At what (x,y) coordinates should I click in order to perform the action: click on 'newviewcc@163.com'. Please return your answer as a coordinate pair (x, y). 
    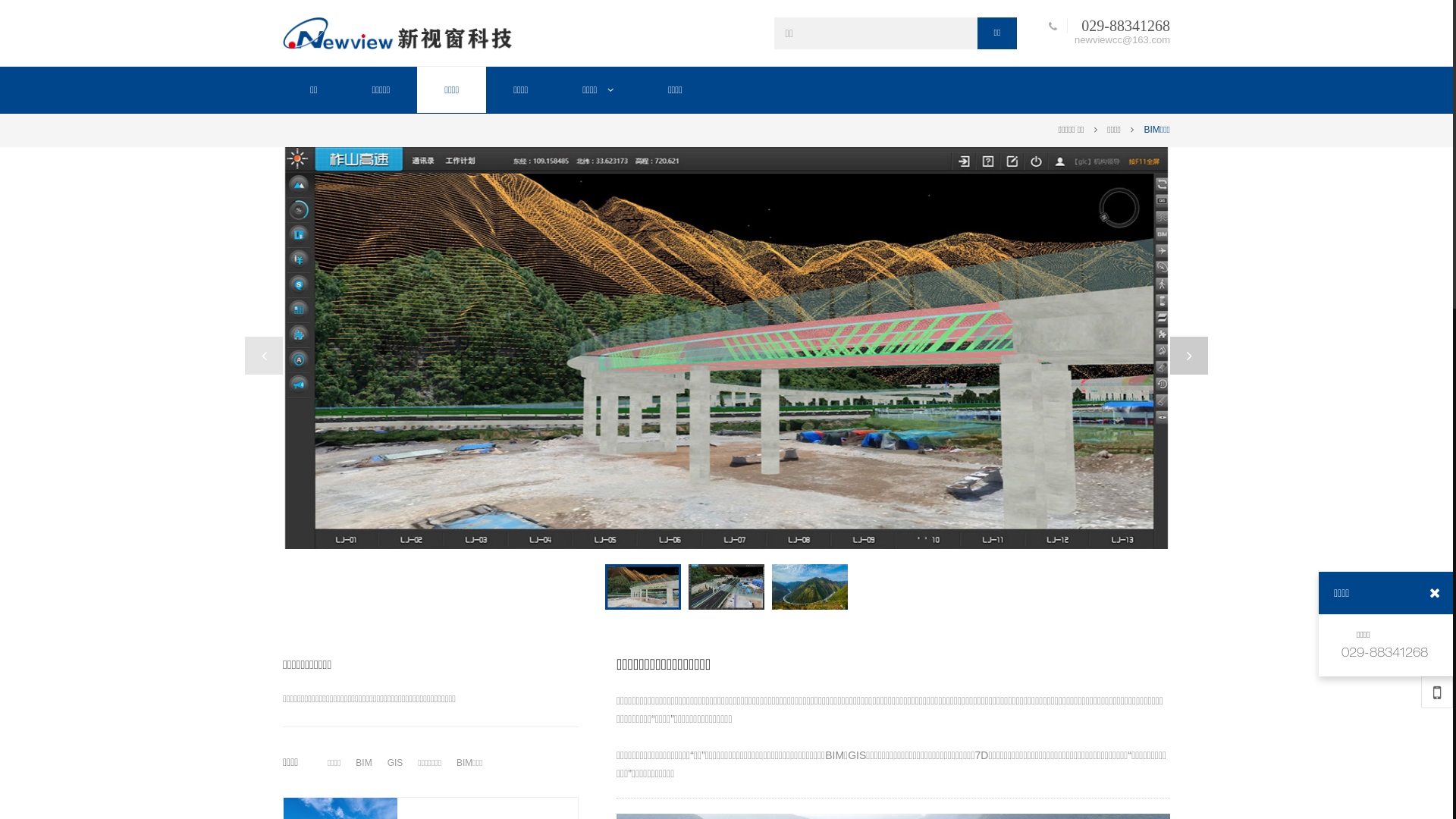
    Looking at the image, I should click on (1118, 38).